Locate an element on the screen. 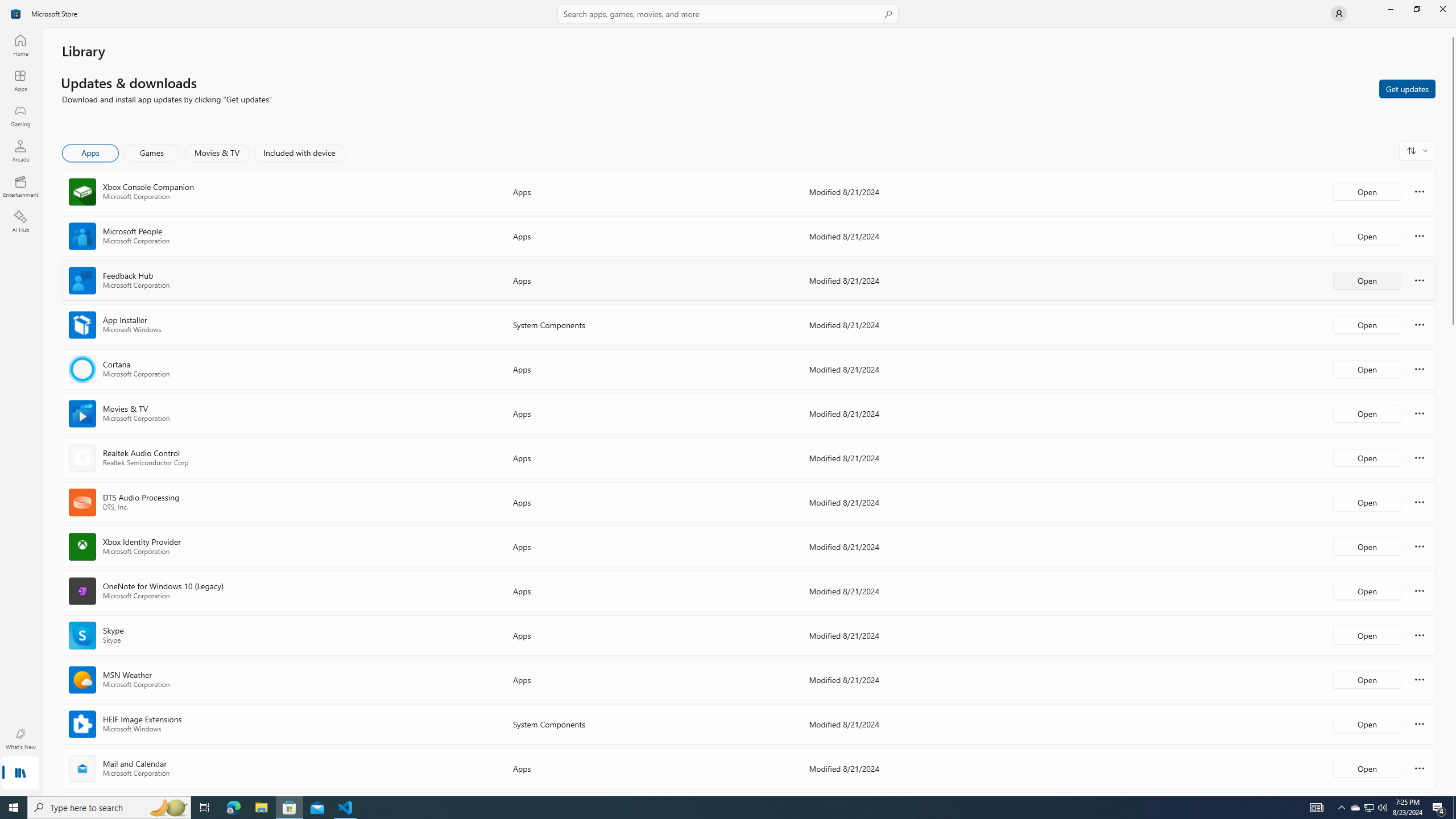  'Entertainment' is located at coordinates (19, 185).